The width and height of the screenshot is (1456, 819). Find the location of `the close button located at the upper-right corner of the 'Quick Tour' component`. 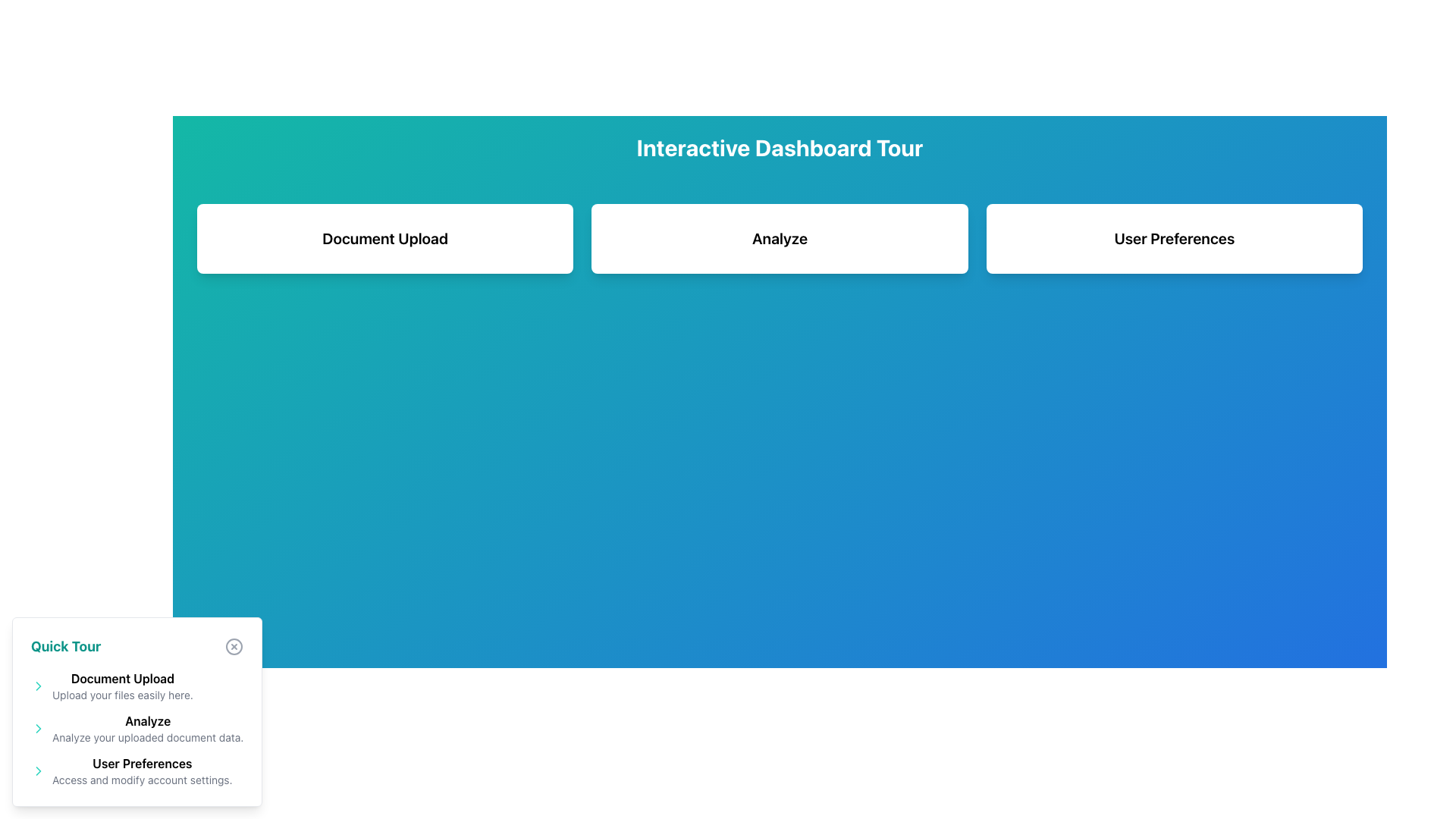

the close button located at the upper-right corner of the 'Quick Tour' component is located at coordinates (234, 646).